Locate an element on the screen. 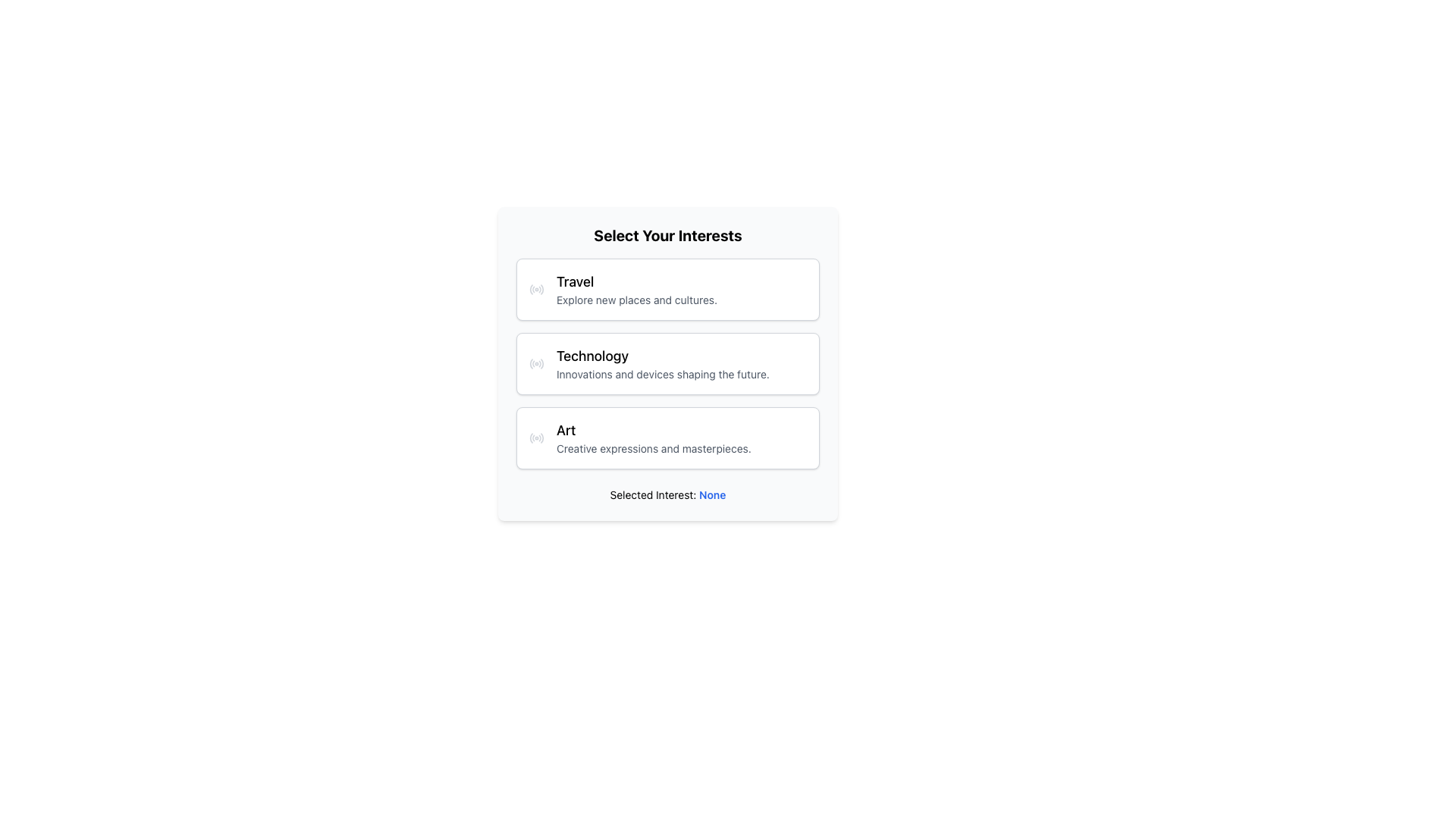 The image size is (1456, 819). text from the text area labeled 'Art' and 'Creative expressions and masterpieces.' located in the third selectable card of the 'Select Your Interests' section is located at coordinates (654, 438).